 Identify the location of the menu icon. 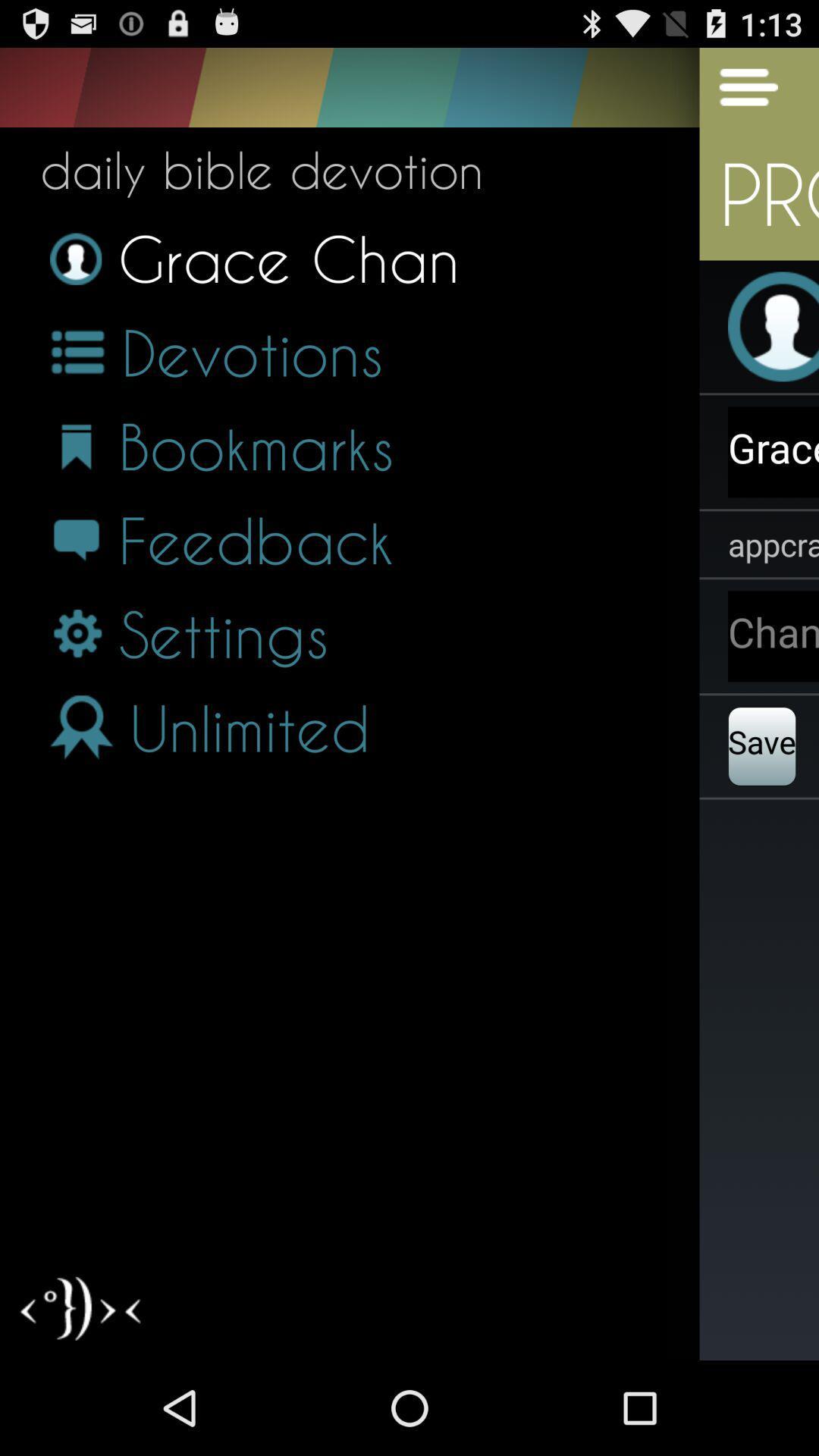
(738, 93).